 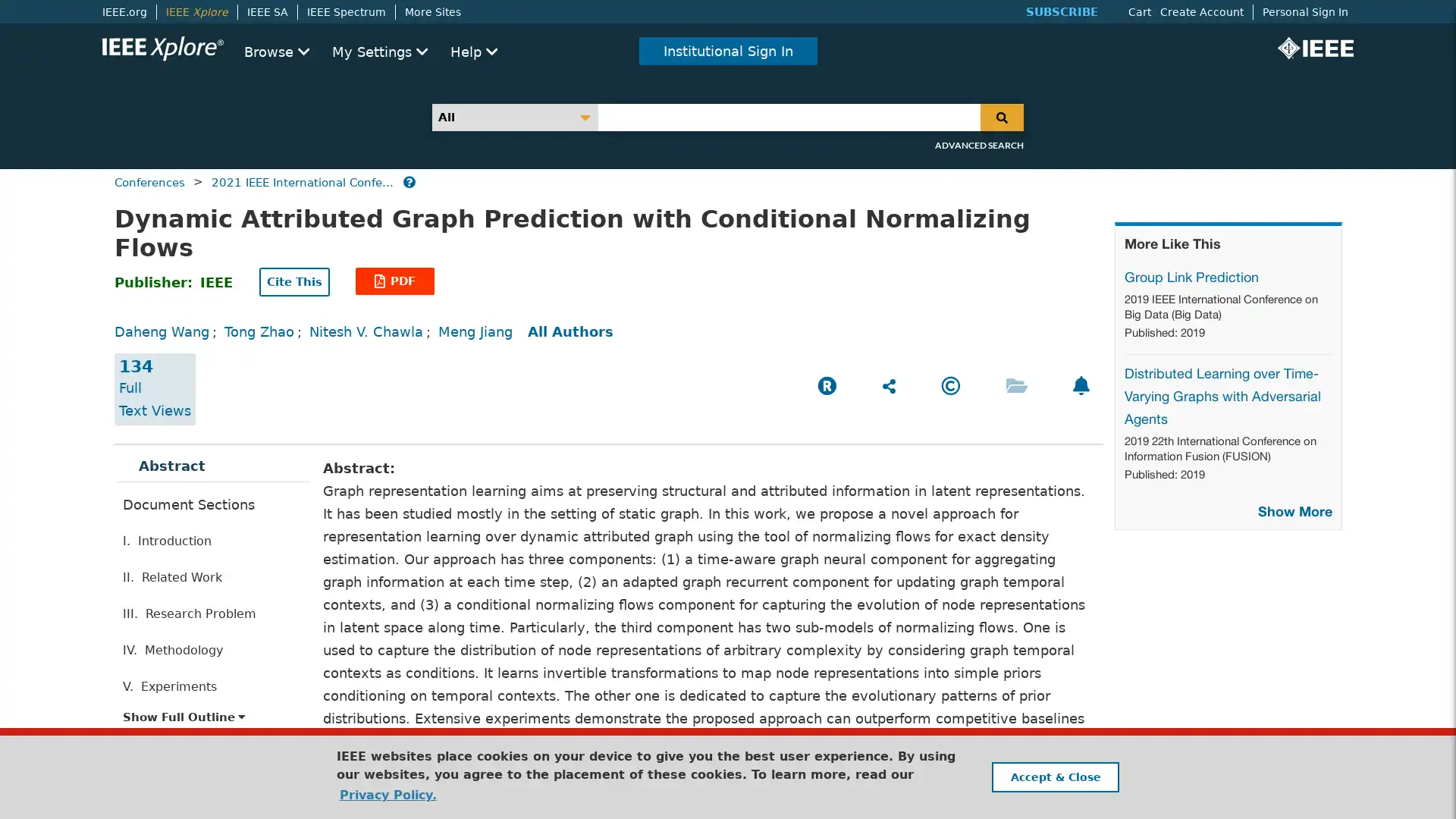 I want to click on Cite This, so click(x=294, y=281).